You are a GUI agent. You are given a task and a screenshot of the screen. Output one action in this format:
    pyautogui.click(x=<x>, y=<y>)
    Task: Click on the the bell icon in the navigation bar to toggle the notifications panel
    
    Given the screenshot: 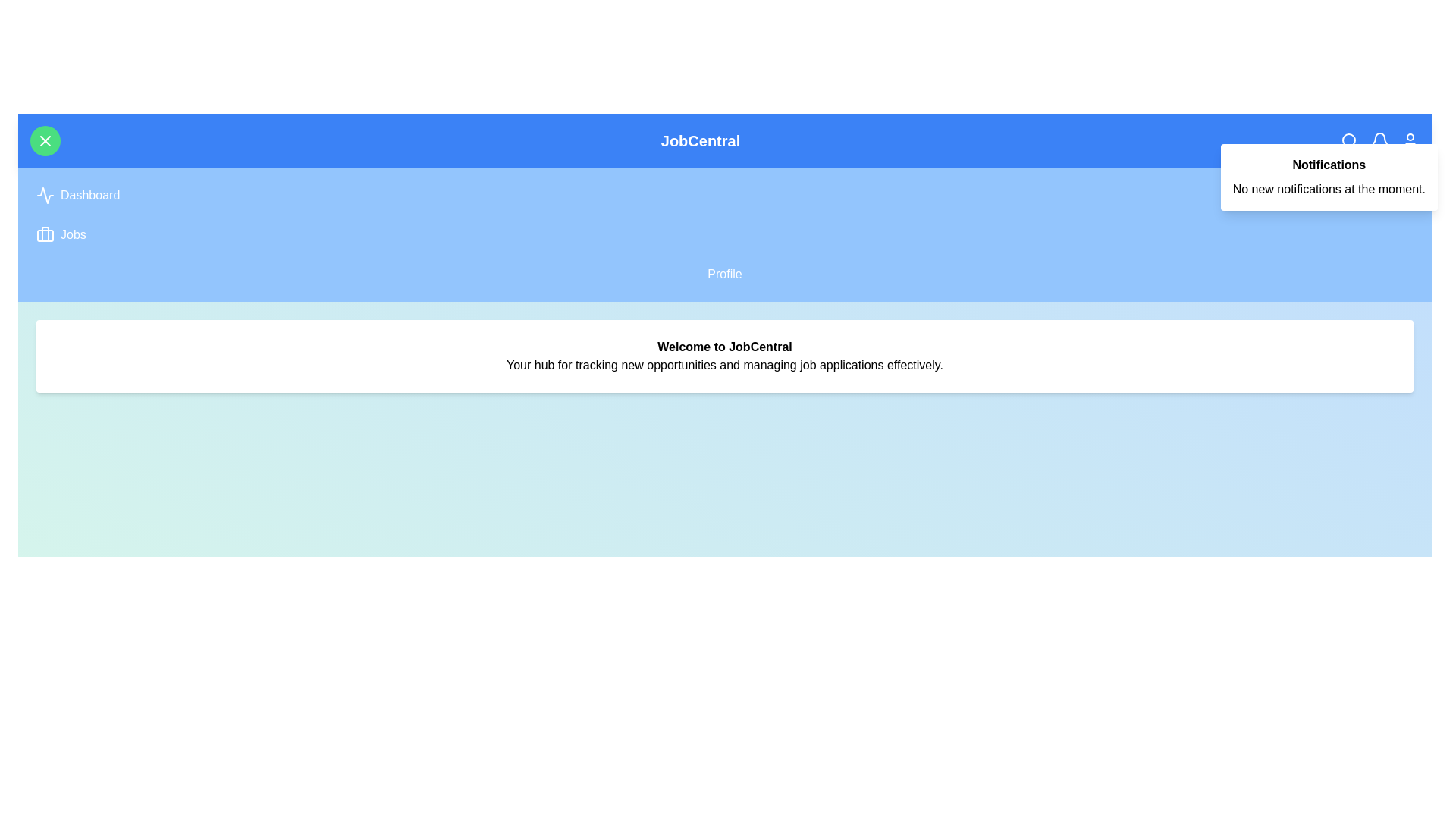 What is the action you would take?
    pyautogui.click(x=1379, y=140)
    